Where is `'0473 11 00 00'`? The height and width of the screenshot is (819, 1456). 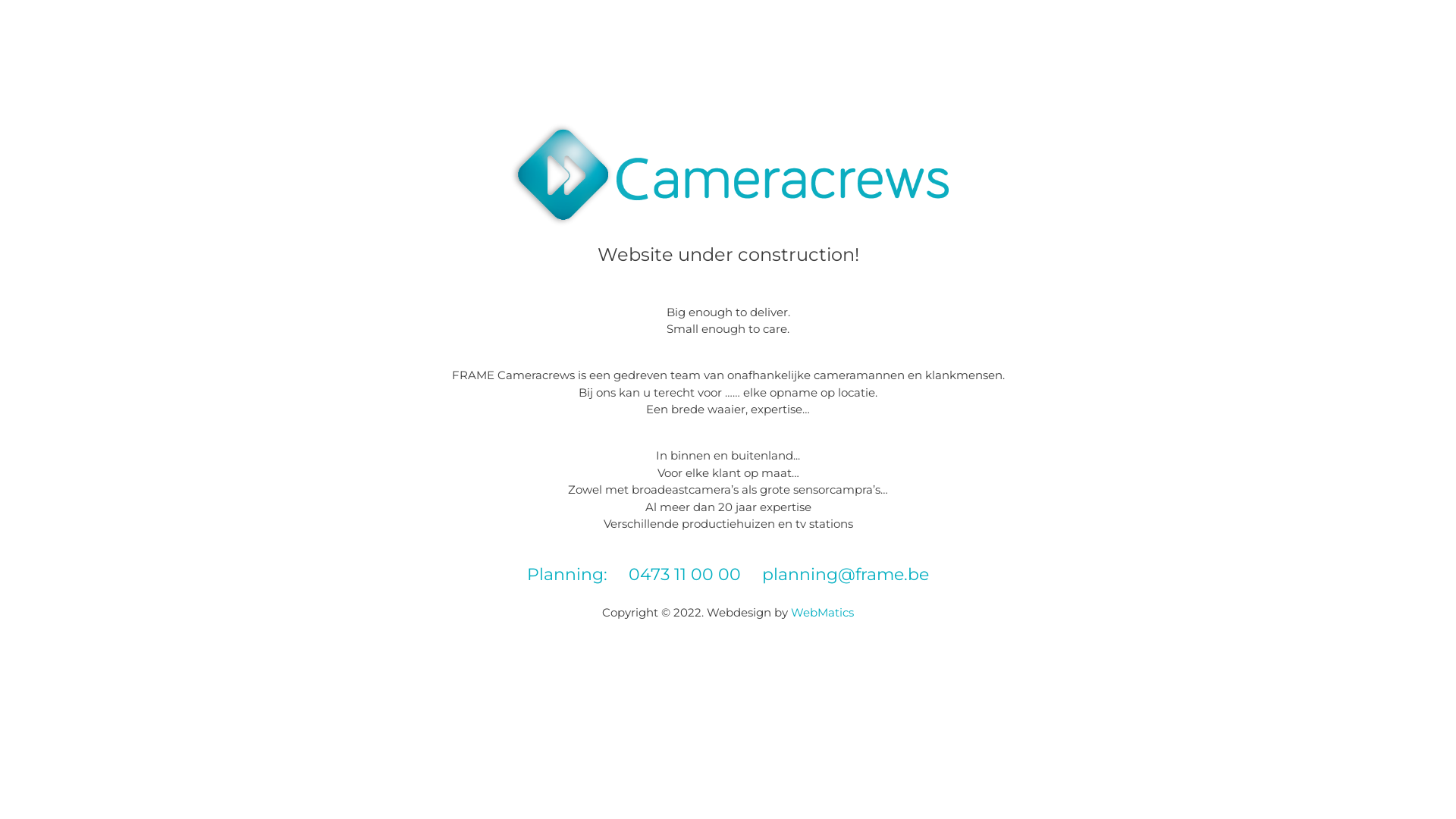
'0473 11 00 00' is located at coordinates (683, 574).